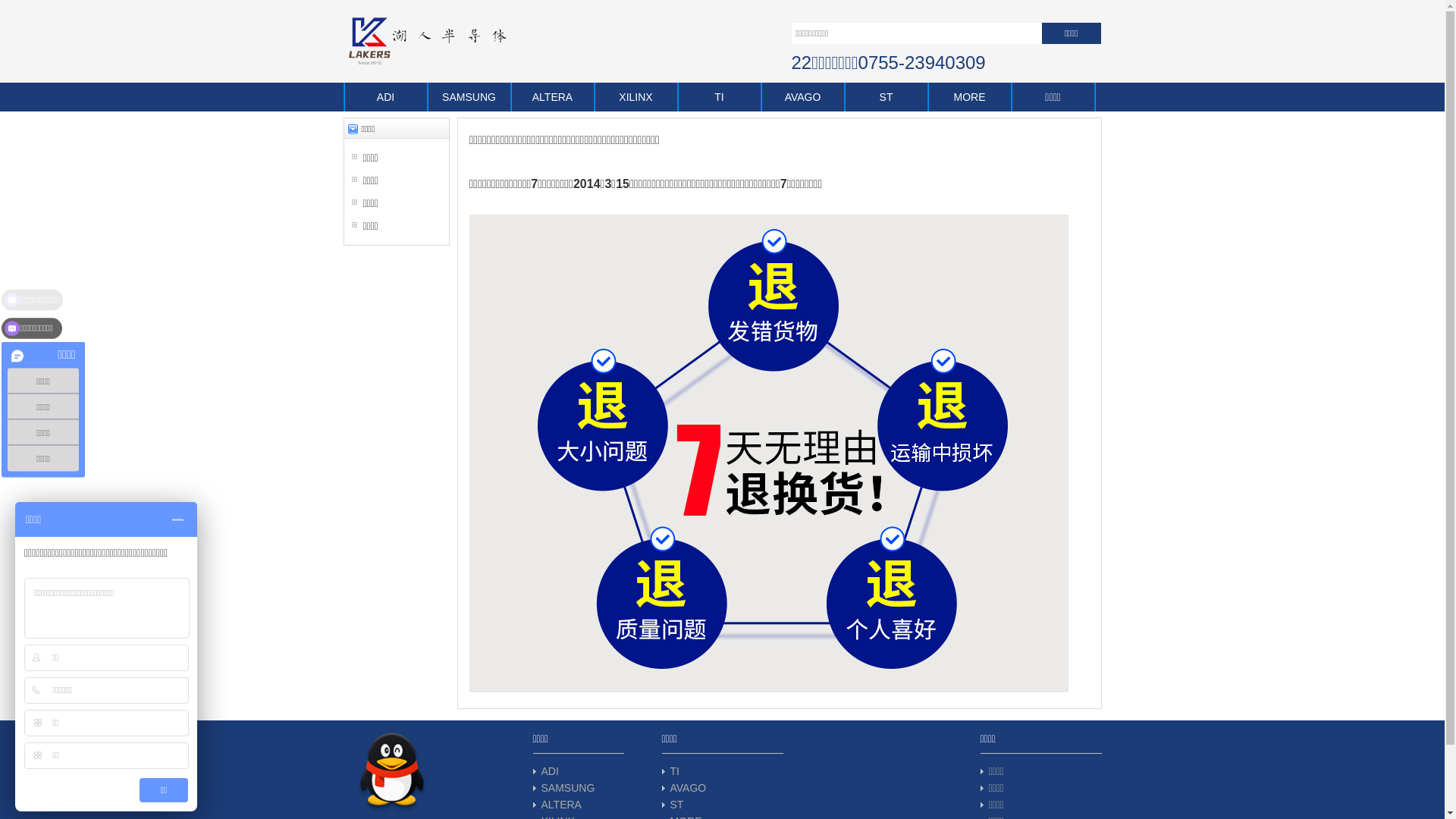 Image resolution: width=1456 pixels, height=819 pixels. I want to click on 'MORE', so click(968, 96).